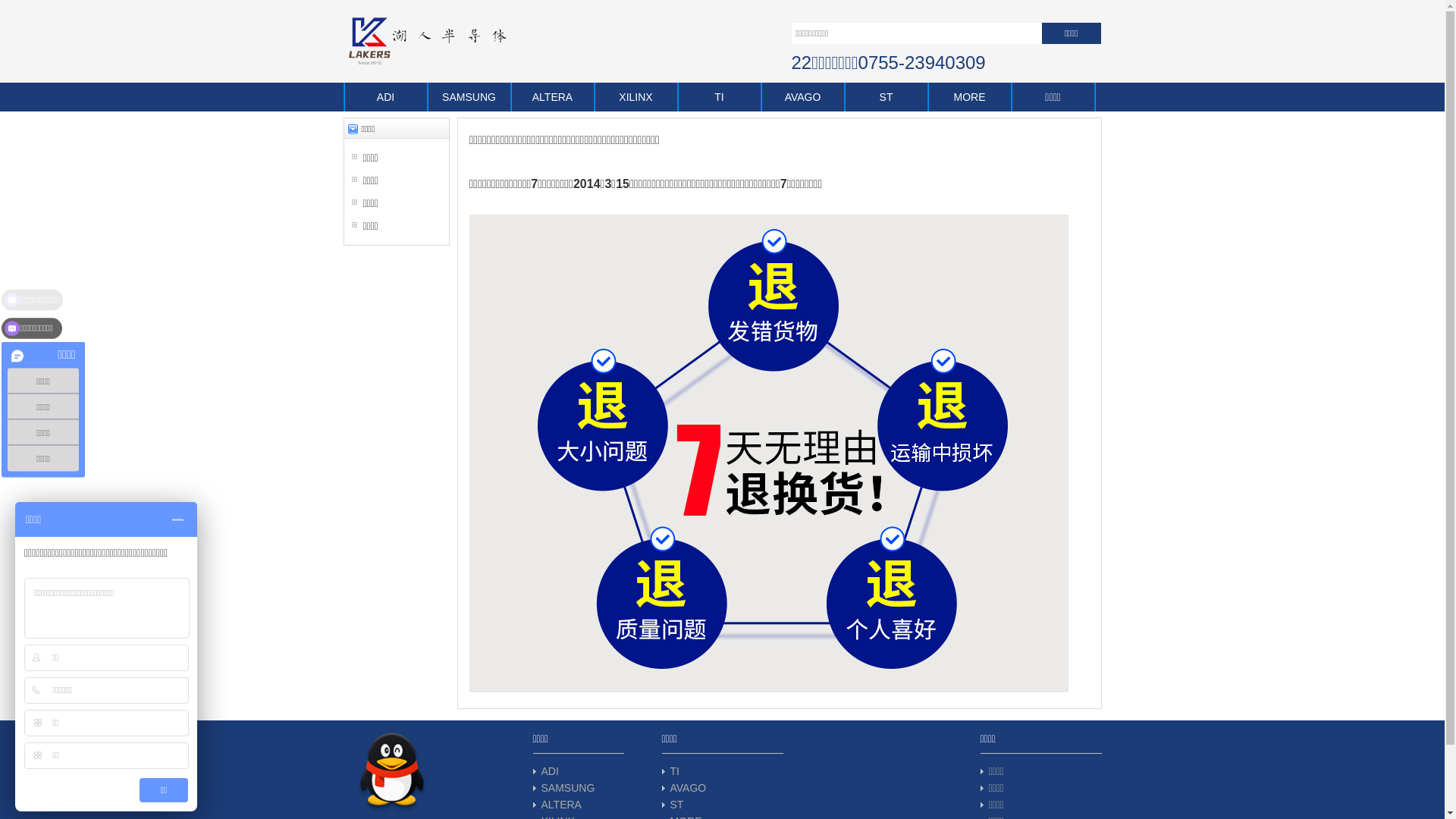 Image resolution: width=1456 pixels, height=819 pixels. I want to click on 'MORE', so click(968, 96).